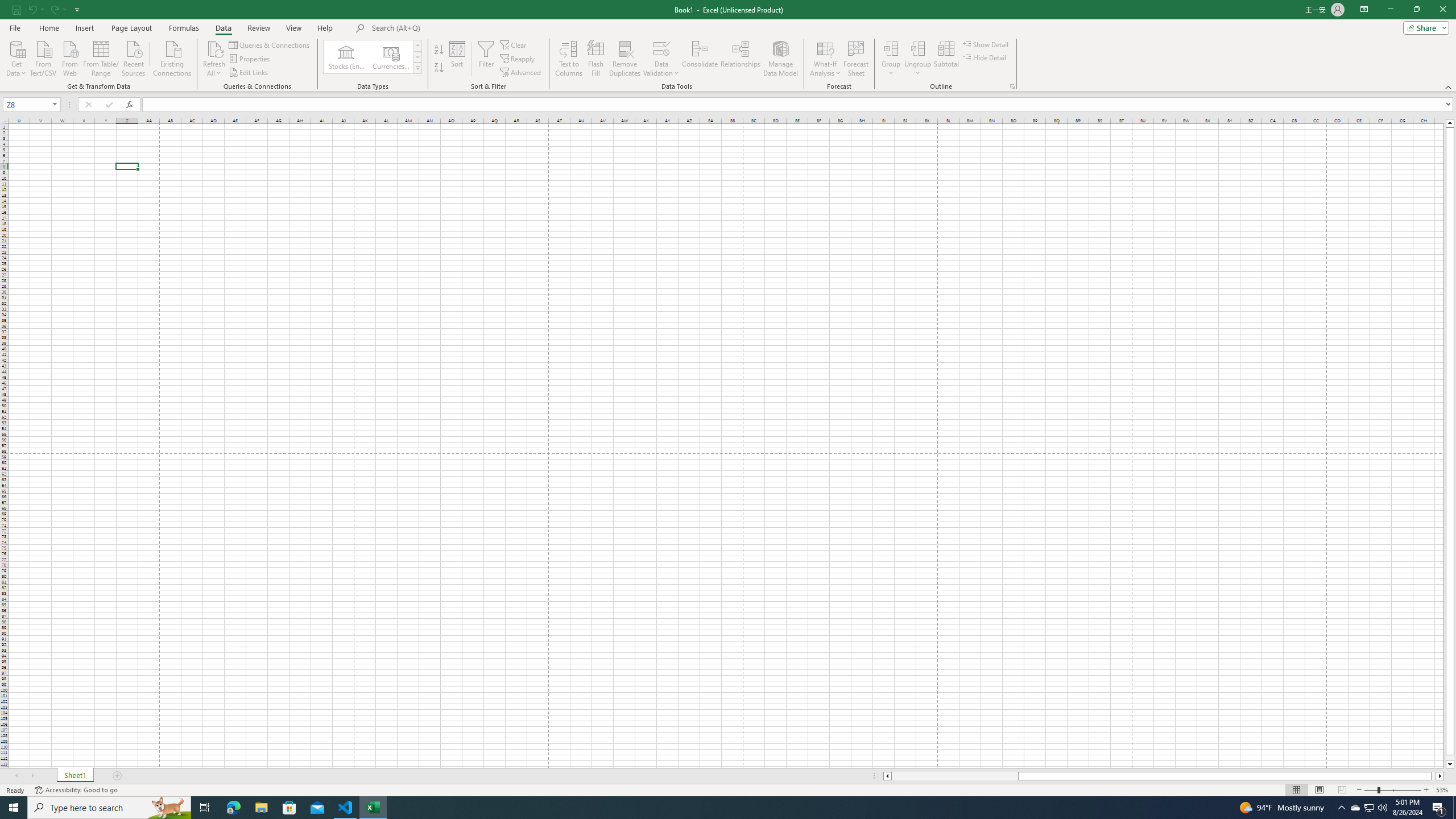 This screenshot has width=1456, height=819. I want to click on 'Sheet1', so click(74, 775).